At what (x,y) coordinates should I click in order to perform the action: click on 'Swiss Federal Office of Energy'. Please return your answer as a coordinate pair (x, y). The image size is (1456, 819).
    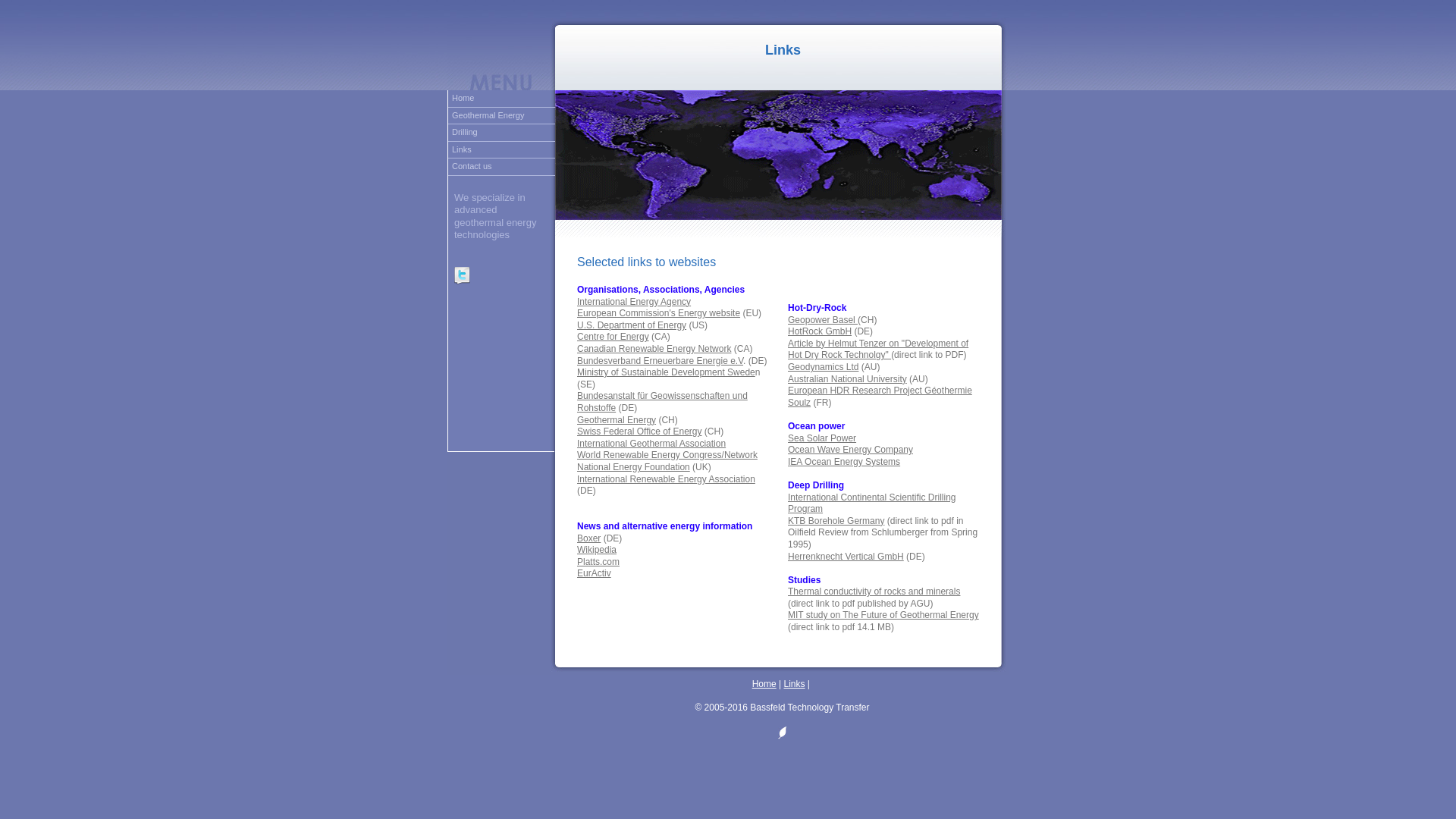
    Looking at the image, I should click on (576, 431).